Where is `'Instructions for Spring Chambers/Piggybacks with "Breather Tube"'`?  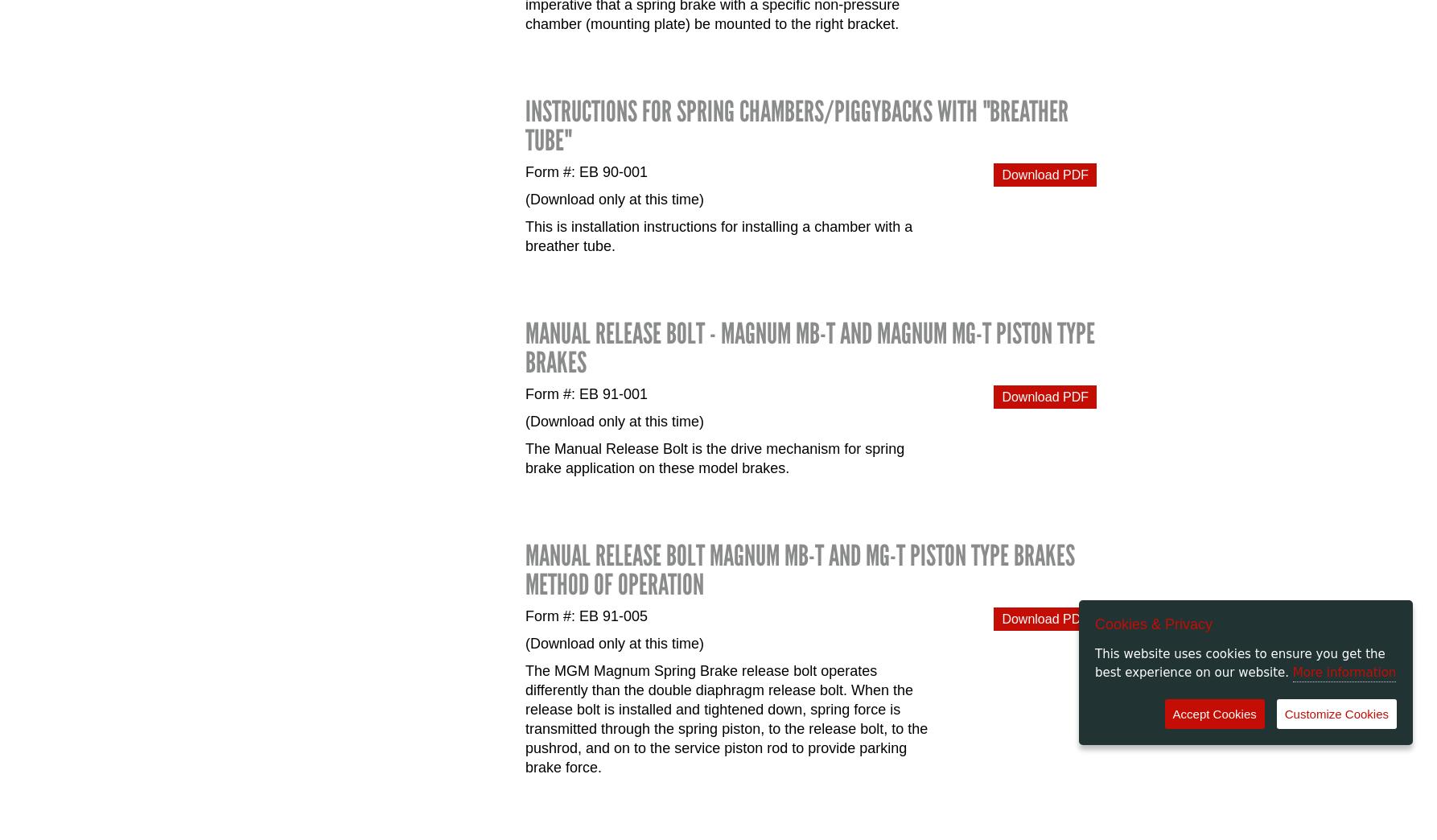
'Instructions for Spring Chambers/Piggybacks with "Breather Tube"' is located at coordinates (797, 125).